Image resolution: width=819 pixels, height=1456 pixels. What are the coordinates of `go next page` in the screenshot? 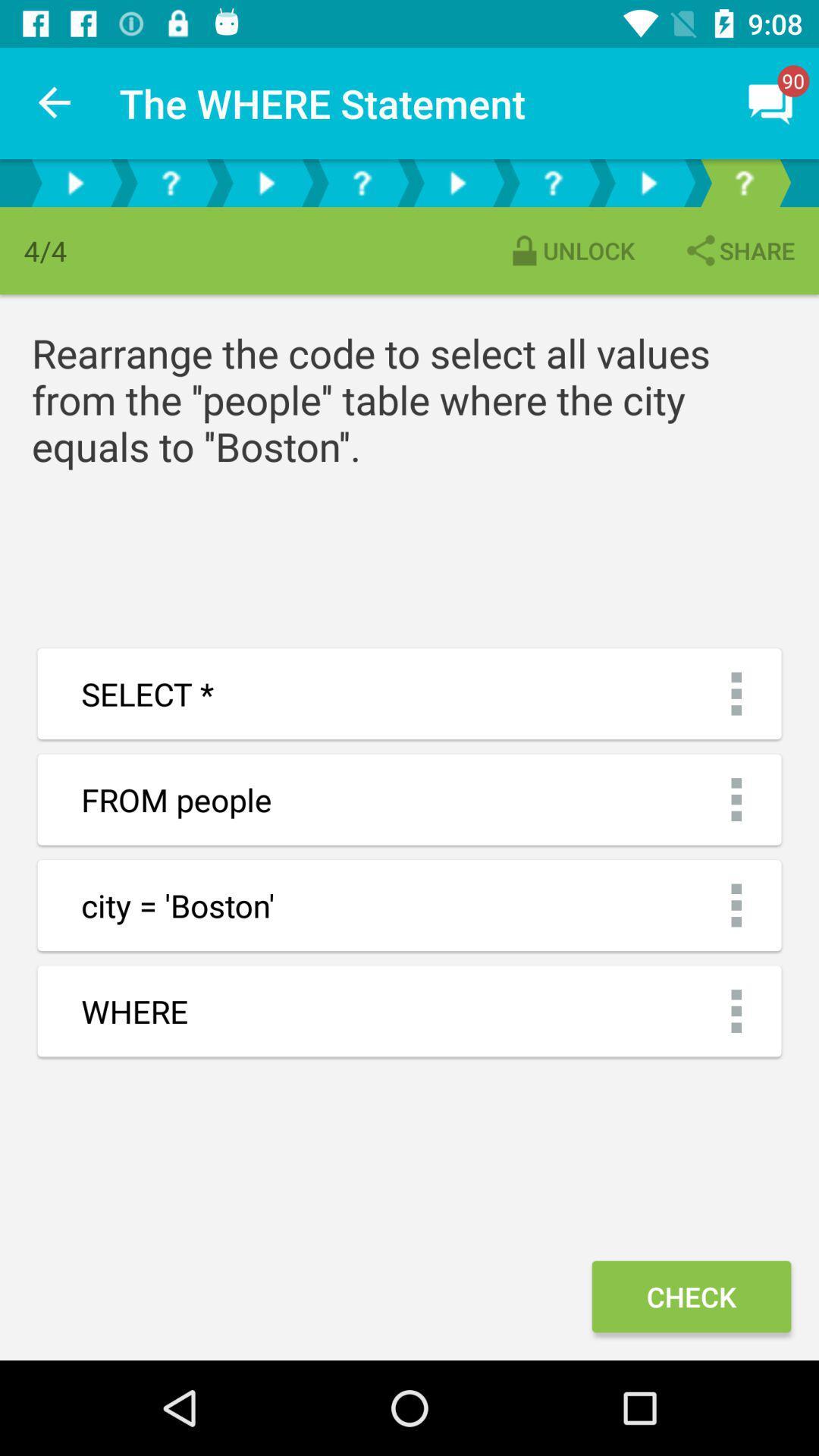 It's located at (648, 182).